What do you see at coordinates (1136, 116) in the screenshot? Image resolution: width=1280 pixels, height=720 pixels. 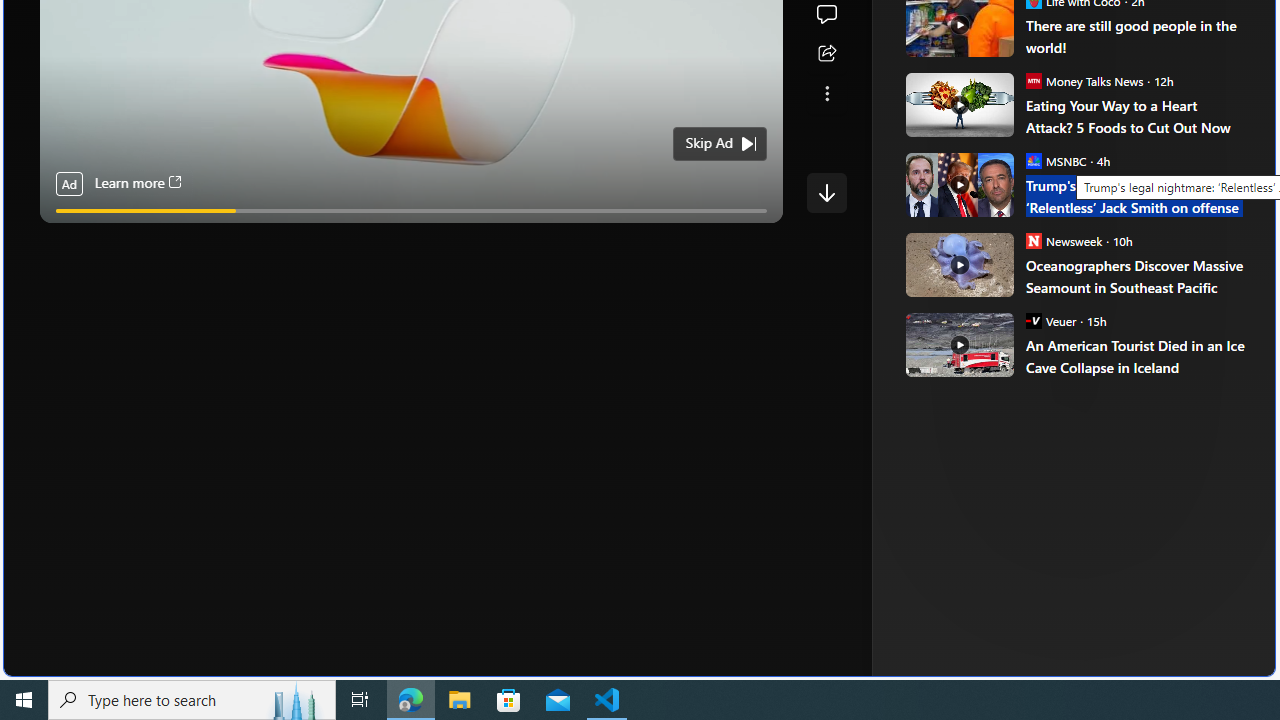 I see `'Eating Your Way to a Heart Attack? 5 Foods to Cut Out Now'` at bounding box center [1136, 116].